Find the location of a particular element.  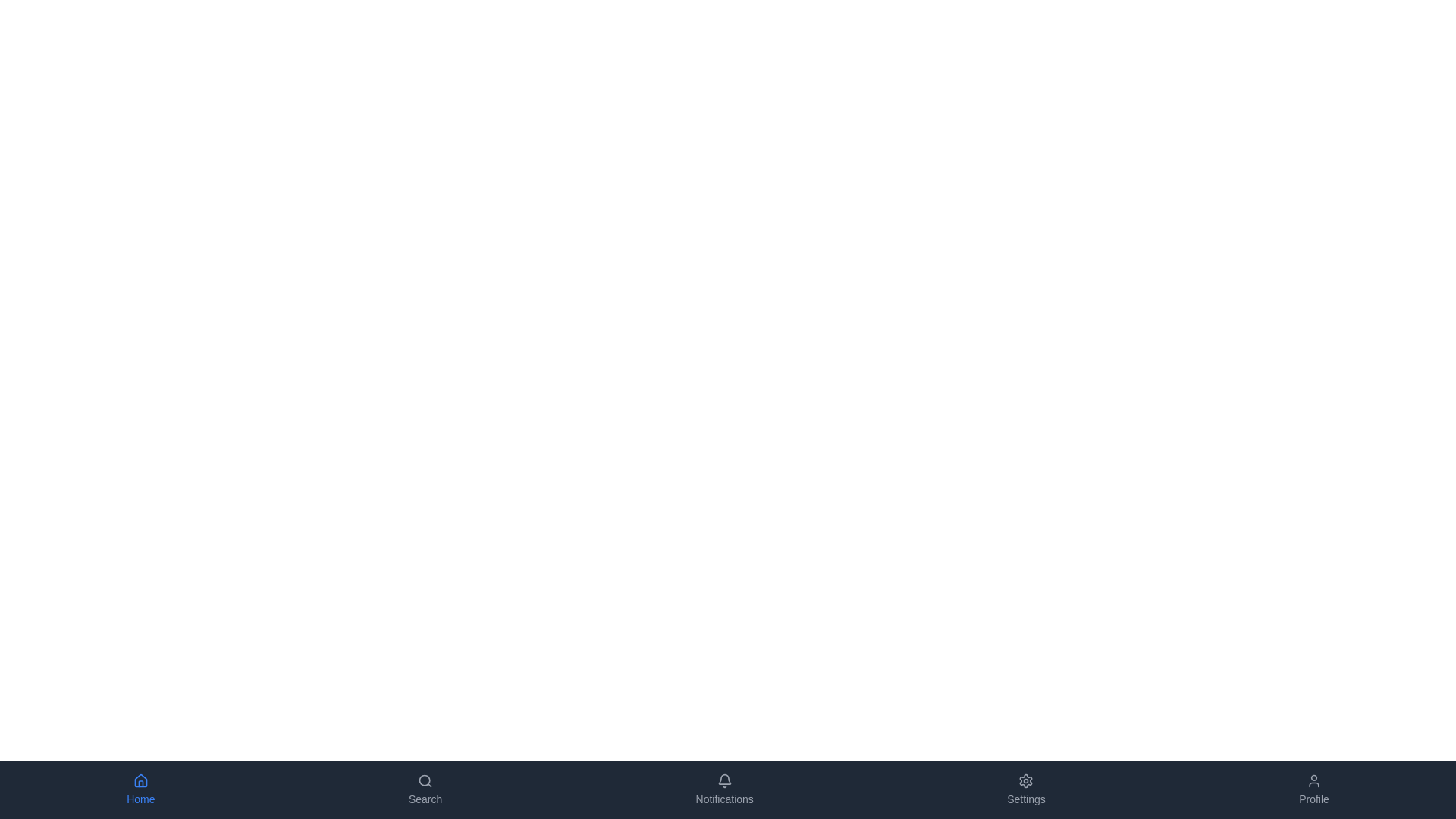

the 'Home' text label located in the bottom navigation bar, which is positioned centrally below the house icon is located at coordinates (140, 798).